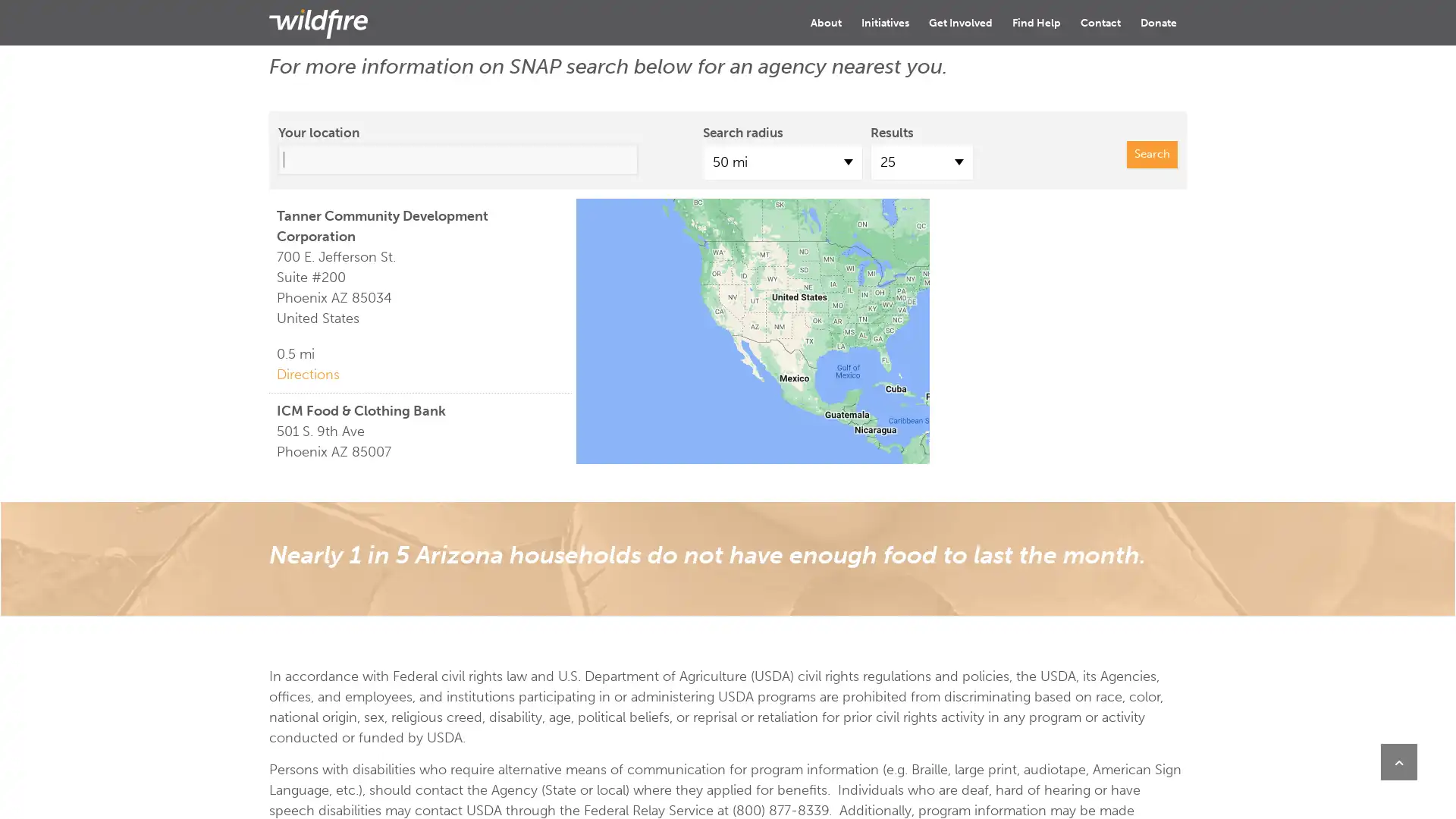  What do you see at coordinates (886, 321) in the screenshot?
I see `Pilgrim Rest Foundation, Inc.` at bounding box center [886, 321].